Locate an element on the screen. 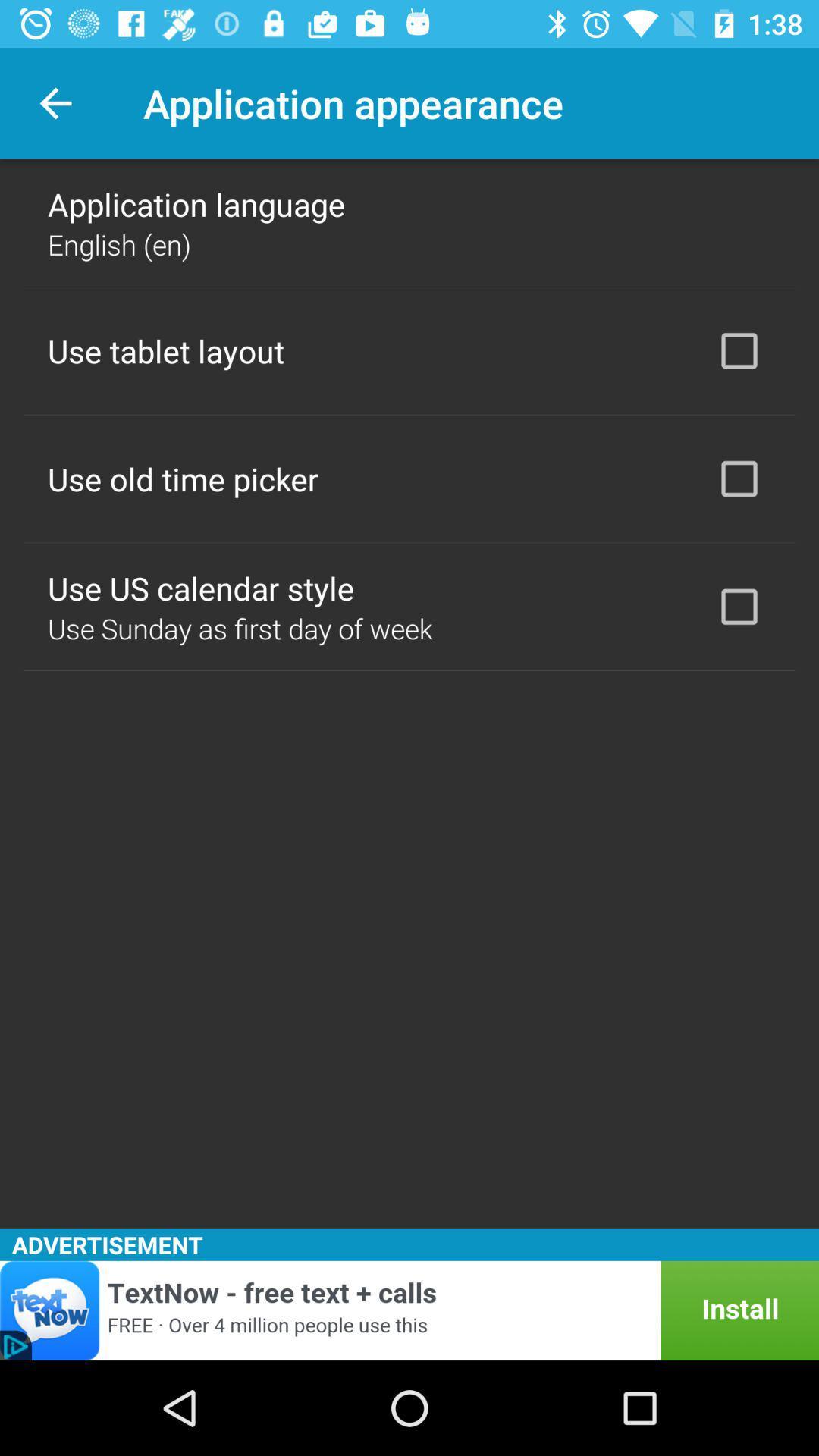  clickable advertisement is located at coordinates (409, 1310).